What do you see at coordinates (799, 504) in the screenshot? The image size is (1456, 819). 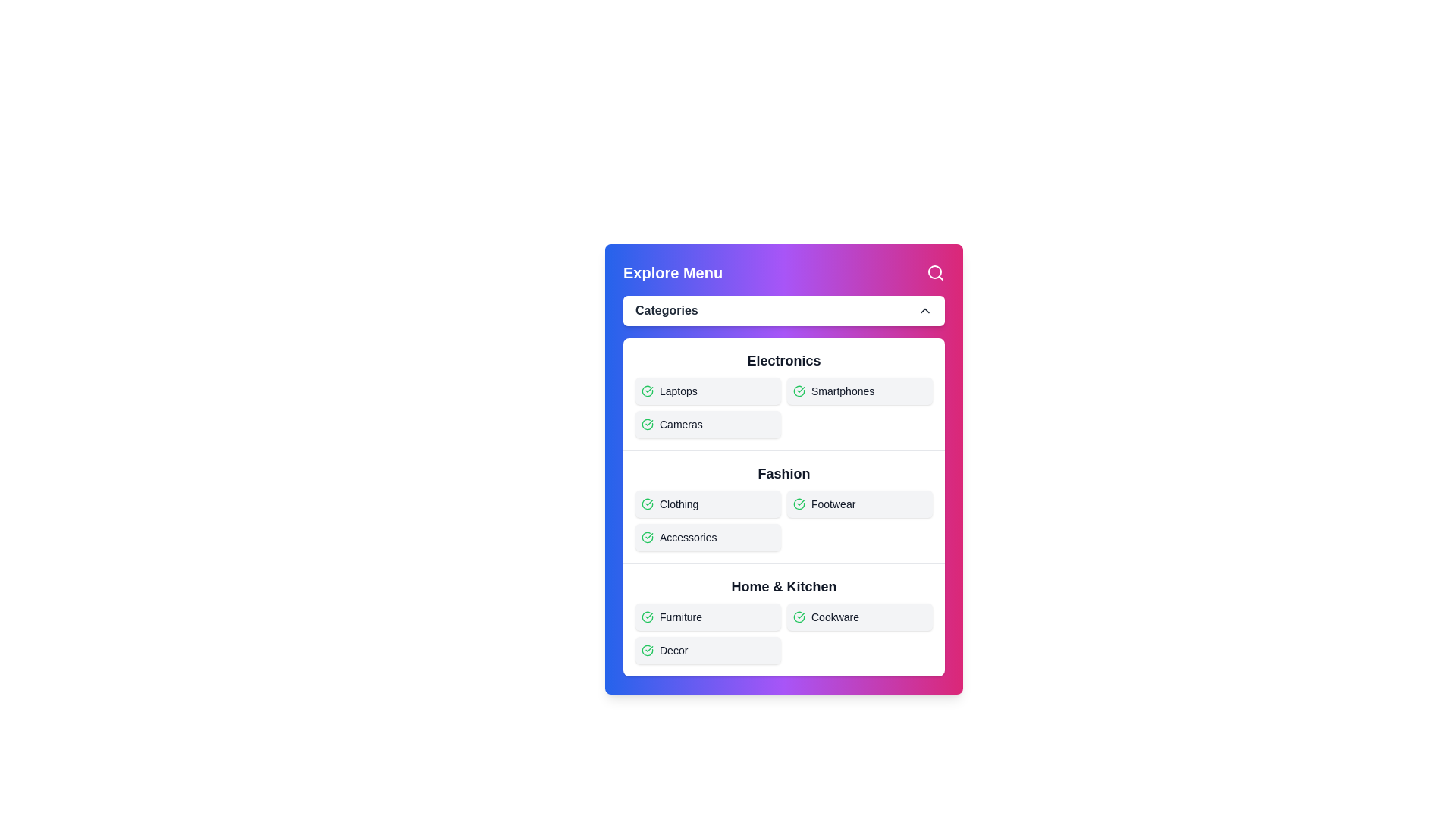 I see `the circular green checkmark icon located to the left of the 'Footwear' label in the second row under the 'Fashion' section as a status indicator` at bounding box center [799, 504].